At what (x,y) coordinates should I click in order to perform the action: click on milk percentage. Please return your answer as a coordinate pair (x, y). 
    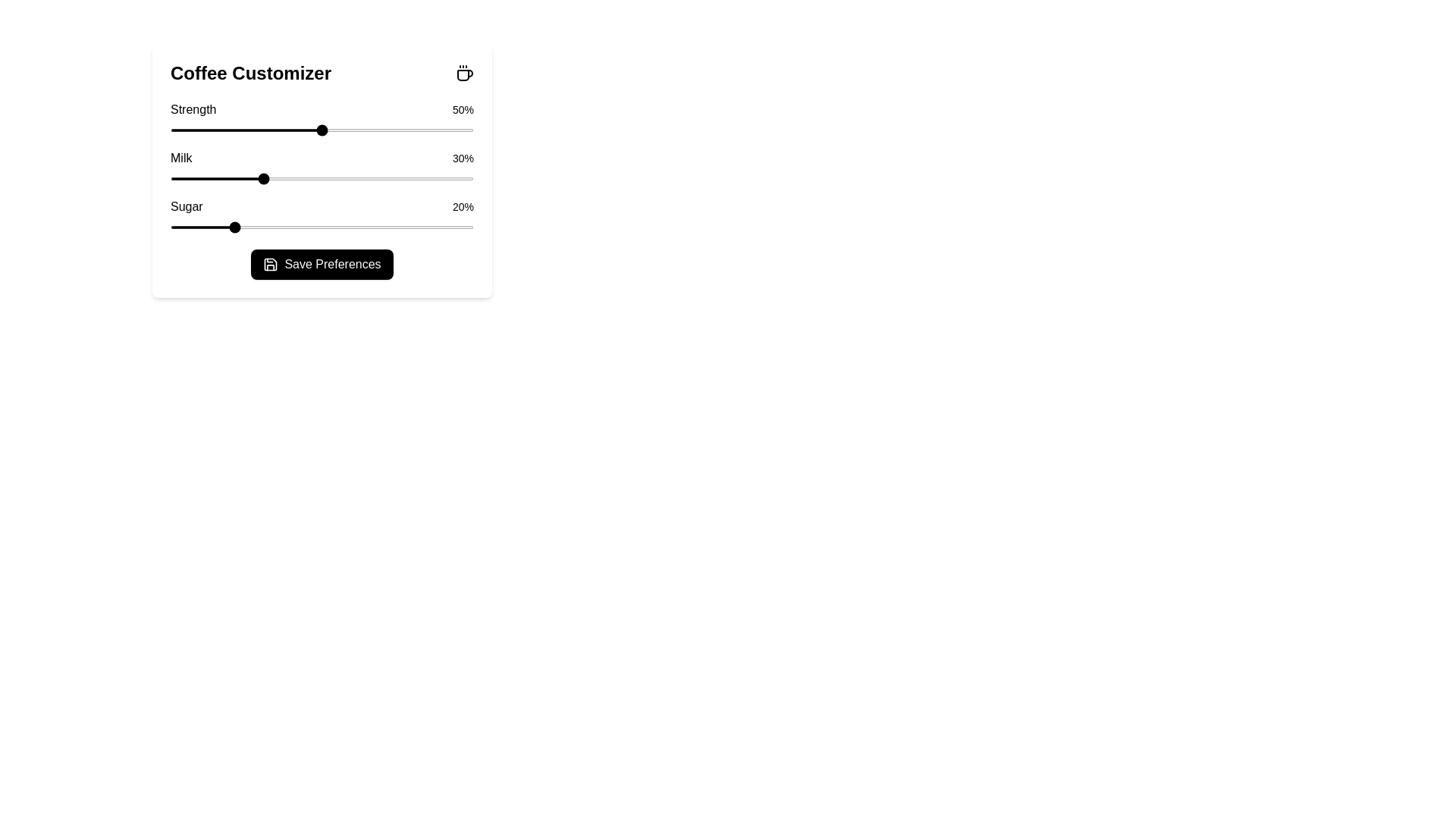
    Looking at the image, I should click on (252, 177).